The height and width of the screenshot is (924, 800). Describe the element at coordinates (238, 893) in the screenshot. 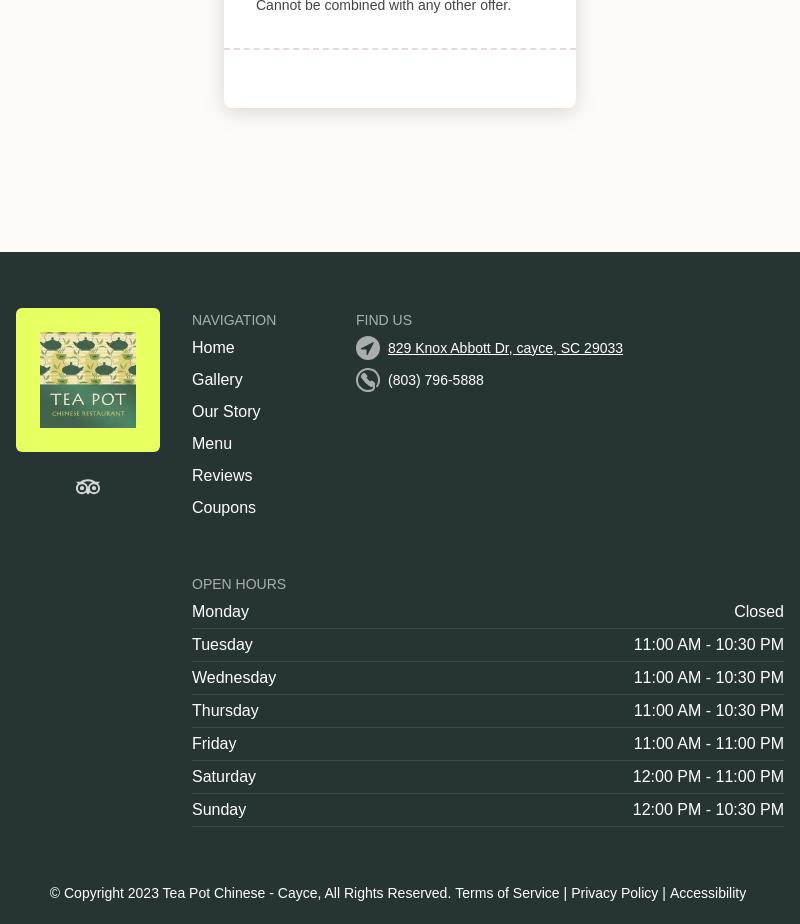

I see `'Tea Pot Chinese - Cayce'` at that location.